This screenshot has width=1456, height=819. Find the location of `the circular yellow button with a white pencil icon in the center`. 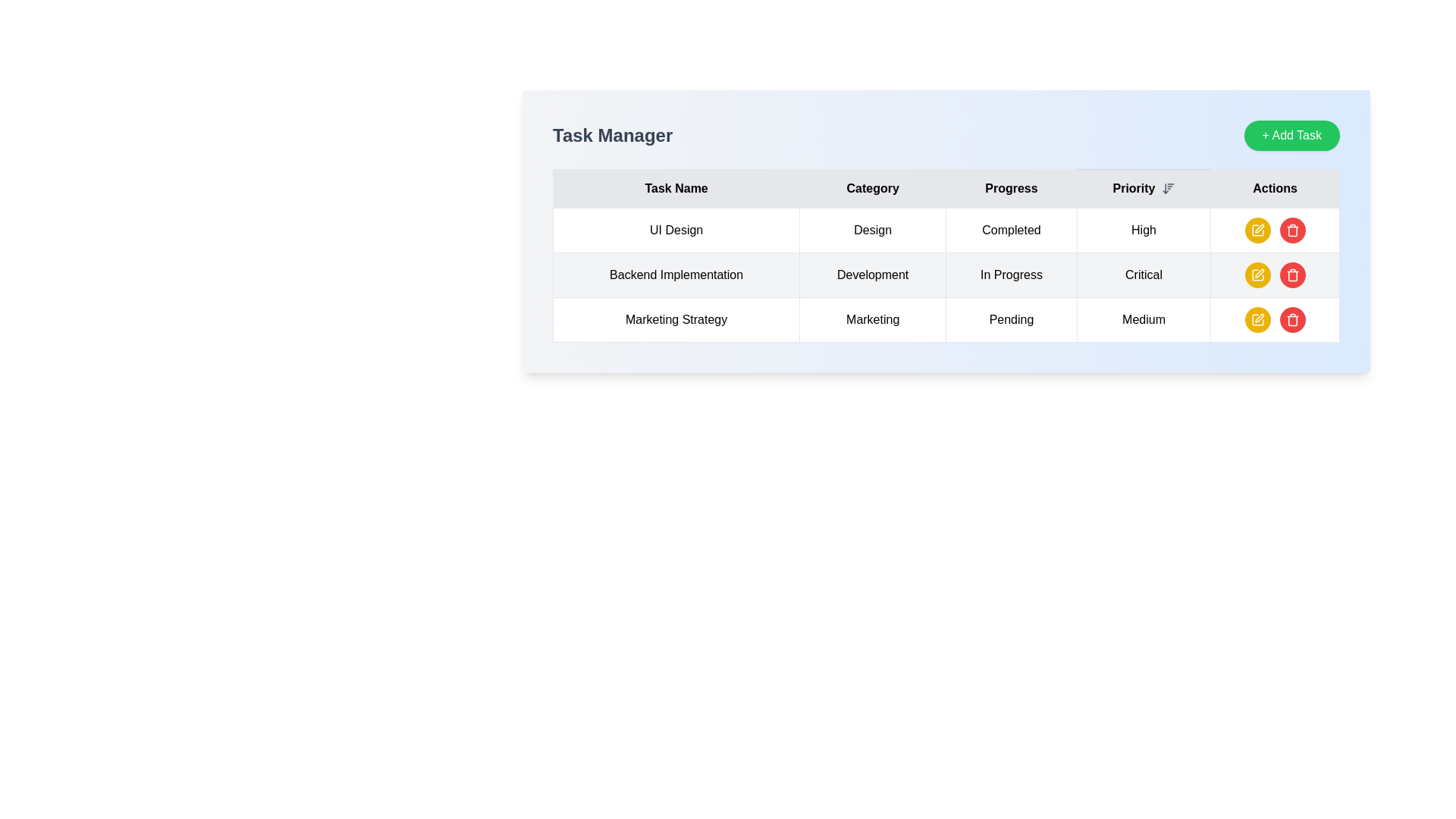

the circular yellow button with a white pencil icon in the center is located at coordinates (1257, 231).